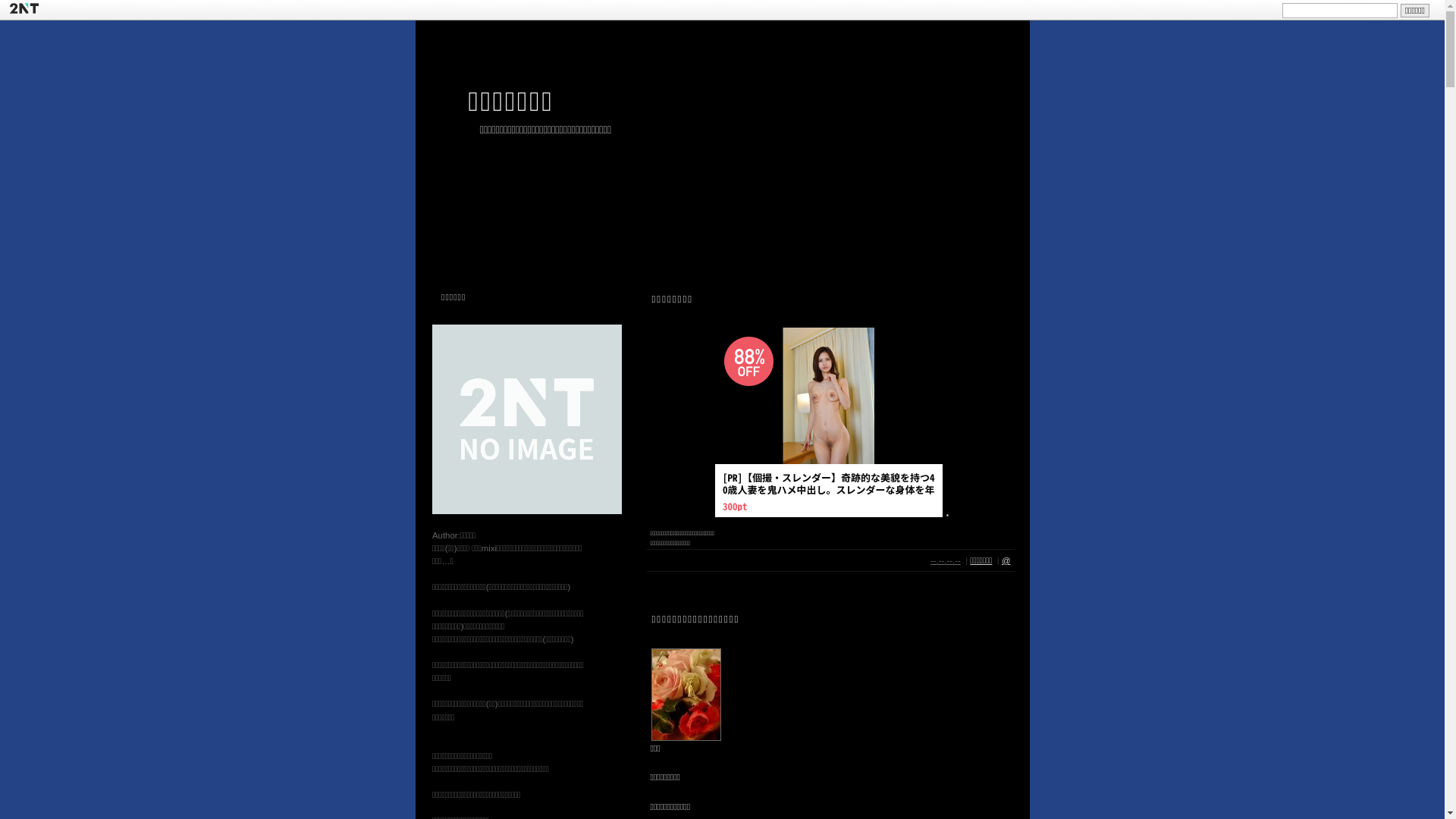 The width and height of the screenshot is (1456, 819). What do you see at coordinates (1001, 560) in the screenshot?
I see `'@'` at bounding box center [1001, 560].